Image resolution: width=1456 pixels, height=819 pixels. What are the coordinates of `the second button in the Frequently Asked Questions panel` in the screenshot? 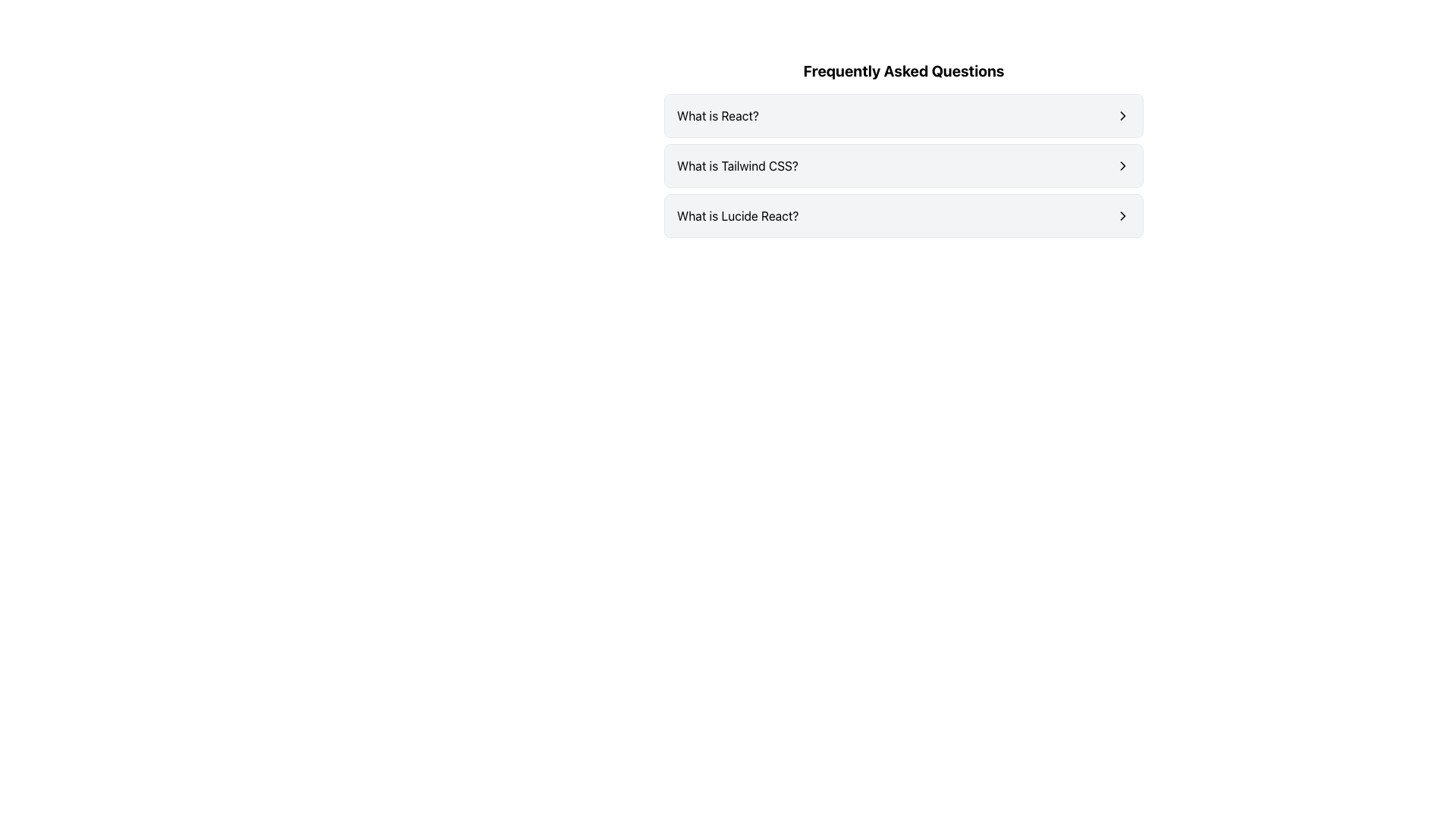 It's located at (903, 166).